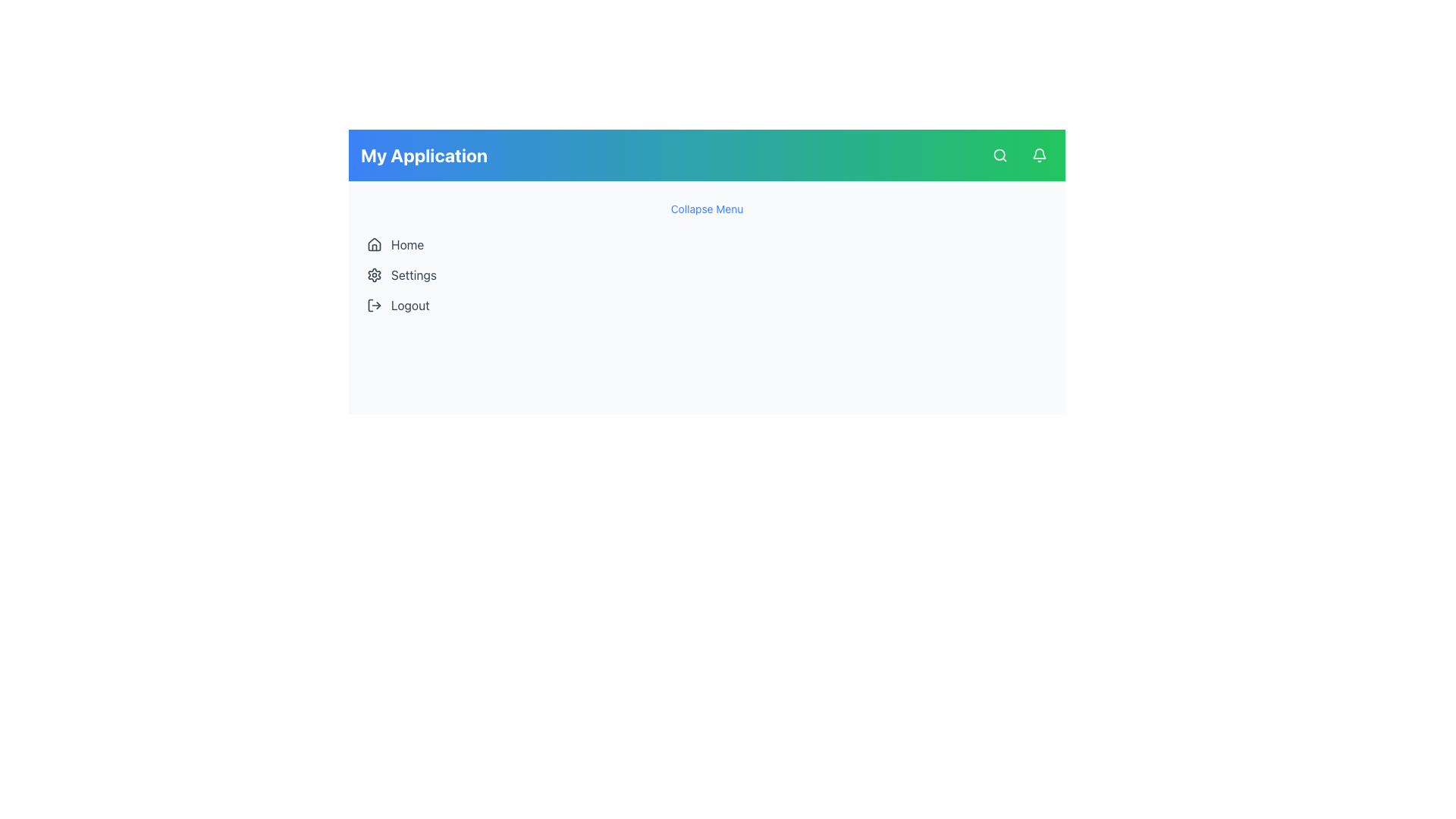  Describe the element at coordinates (1000, 155) in the screenshot. I see `the first circular search icon button, which is styled with a white magnifying glass on a green background` at that location.